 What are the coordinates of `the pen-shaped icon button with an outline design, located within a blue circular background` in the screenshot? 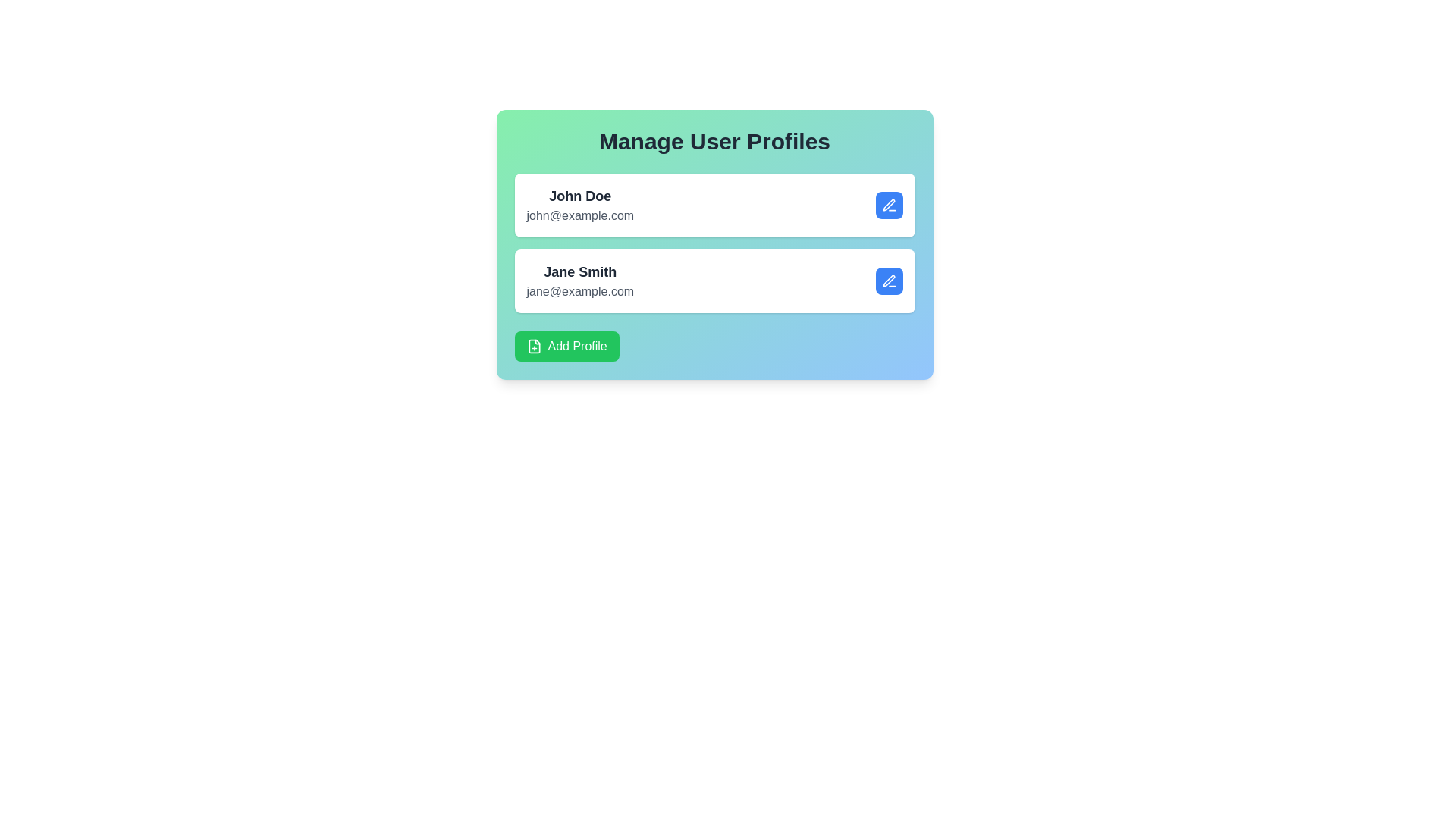 It's located at (889, 281).